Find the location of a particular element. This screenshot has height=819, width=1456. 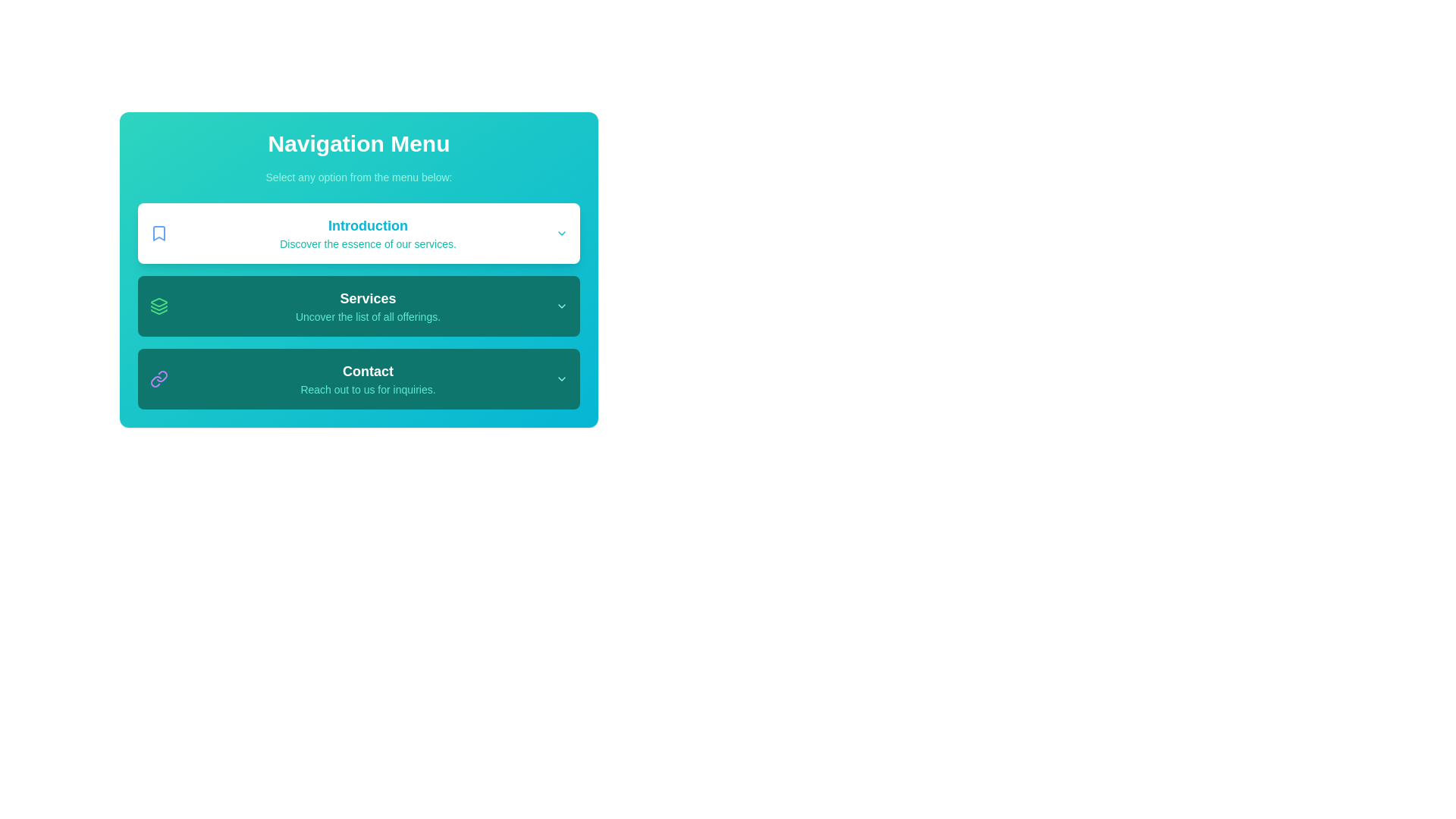

the bottommost layer of the graphical icon element represented by three stacked layers, located under the 'Services' label is located at coordinates (159, 311).